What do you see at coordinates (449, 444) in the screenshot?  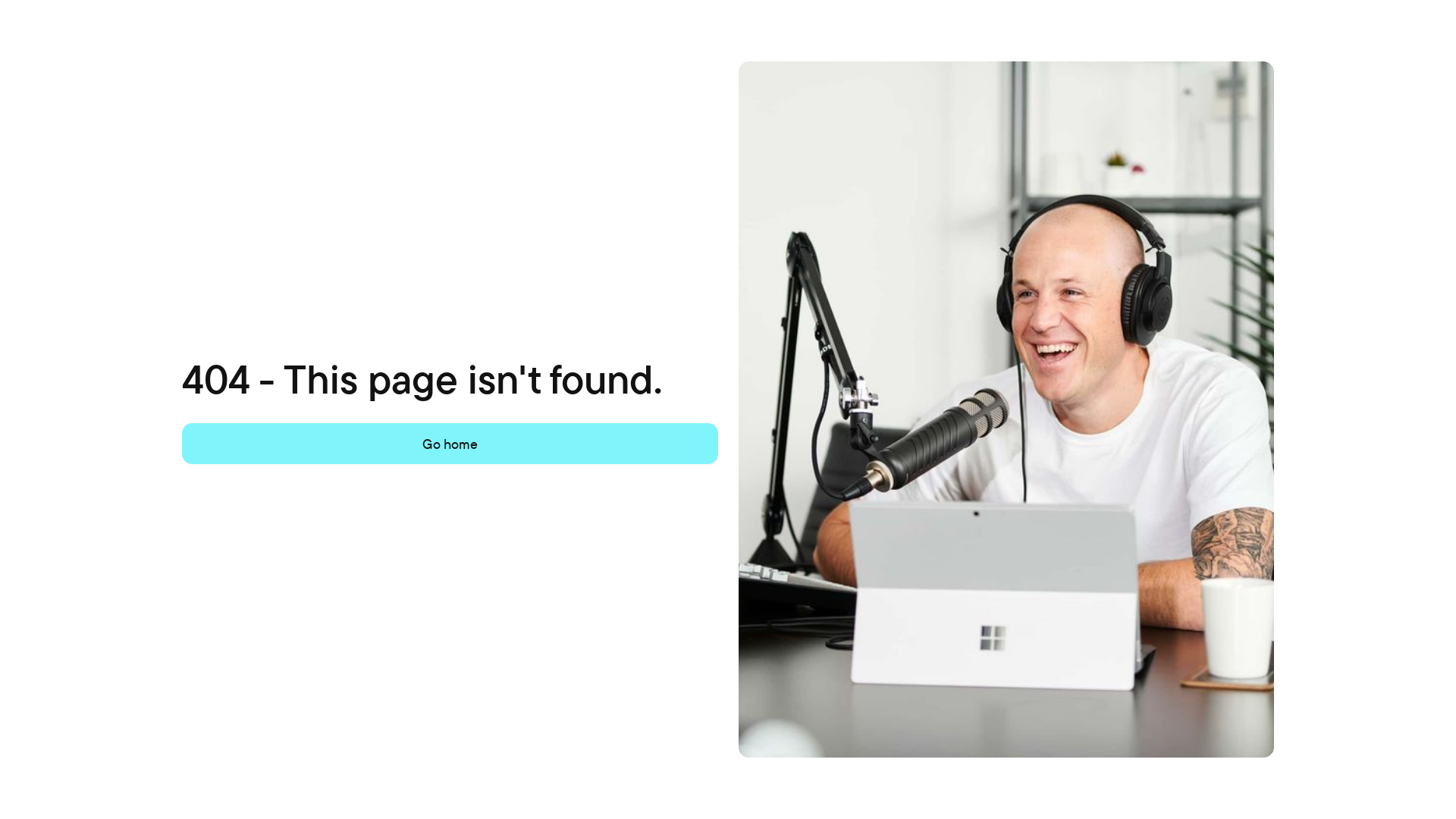 I see `'Go home'` at bounding box center [449, 444].